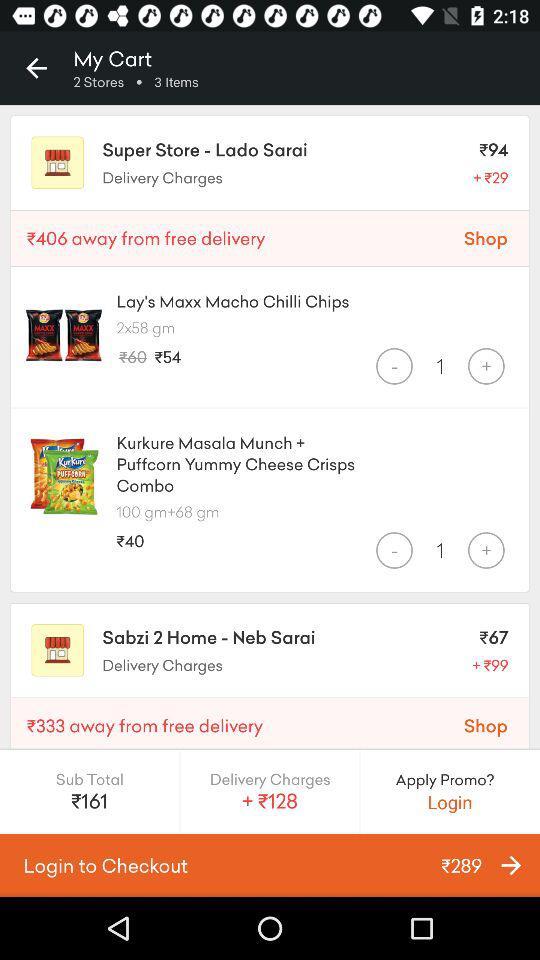 This screenshot has width=540, height=960. What do you see at coordinates (518, 864) in the screenshot?
I see `the arrow_forward icon` at bounding box center [518, 864].